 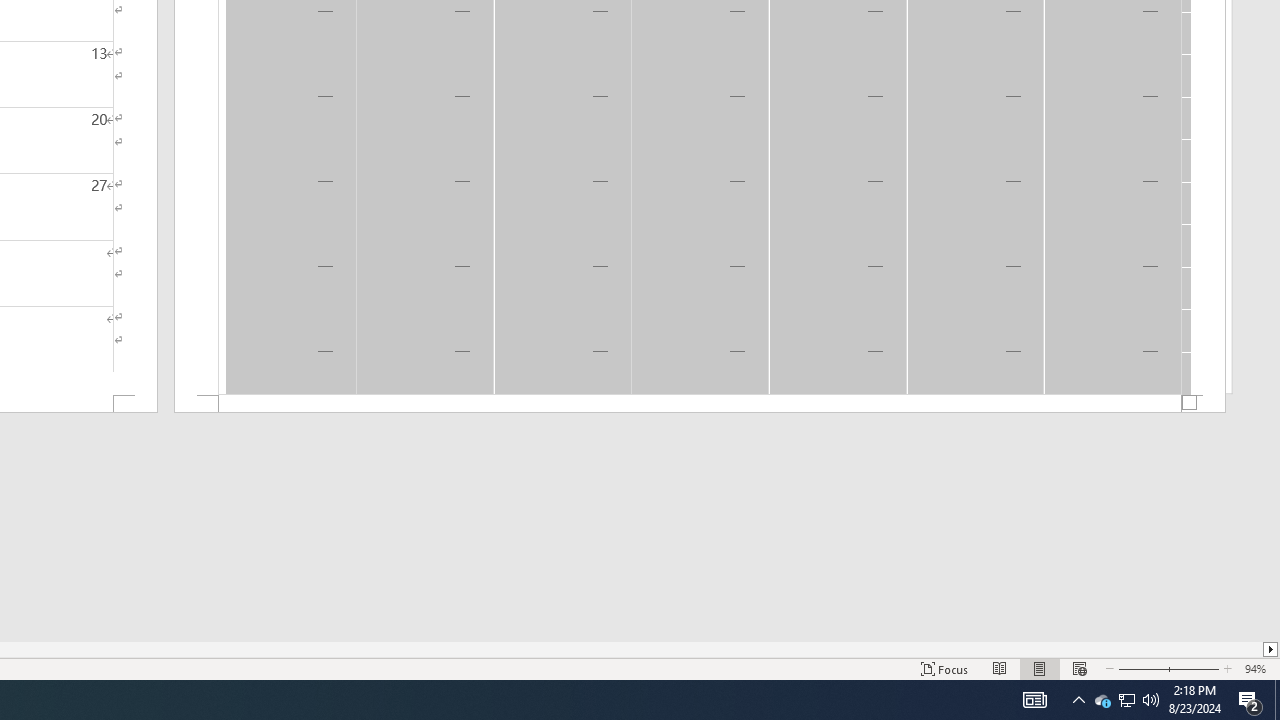 I want to click on 'Column right', so click(x=1270, y=649).